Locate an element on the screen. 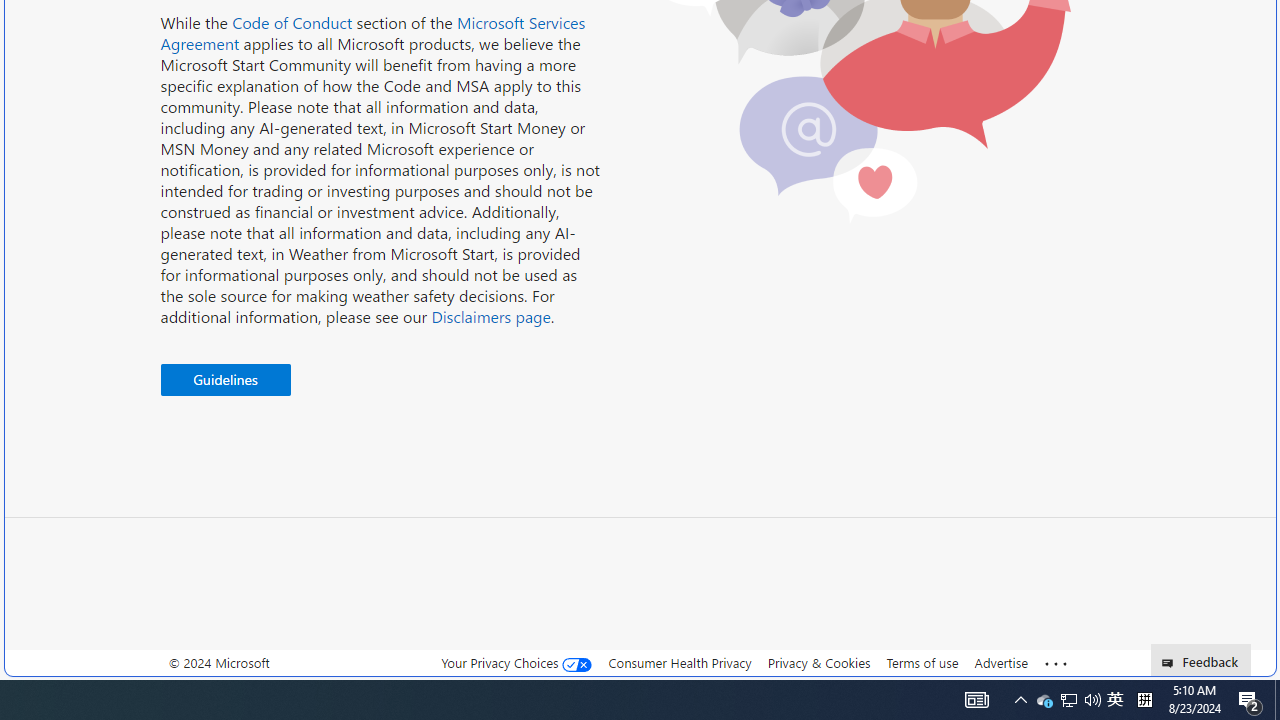 This screenshot has width=1280, height=720. 'Consumer Health Privacy' is located at coordinates (680, 663).